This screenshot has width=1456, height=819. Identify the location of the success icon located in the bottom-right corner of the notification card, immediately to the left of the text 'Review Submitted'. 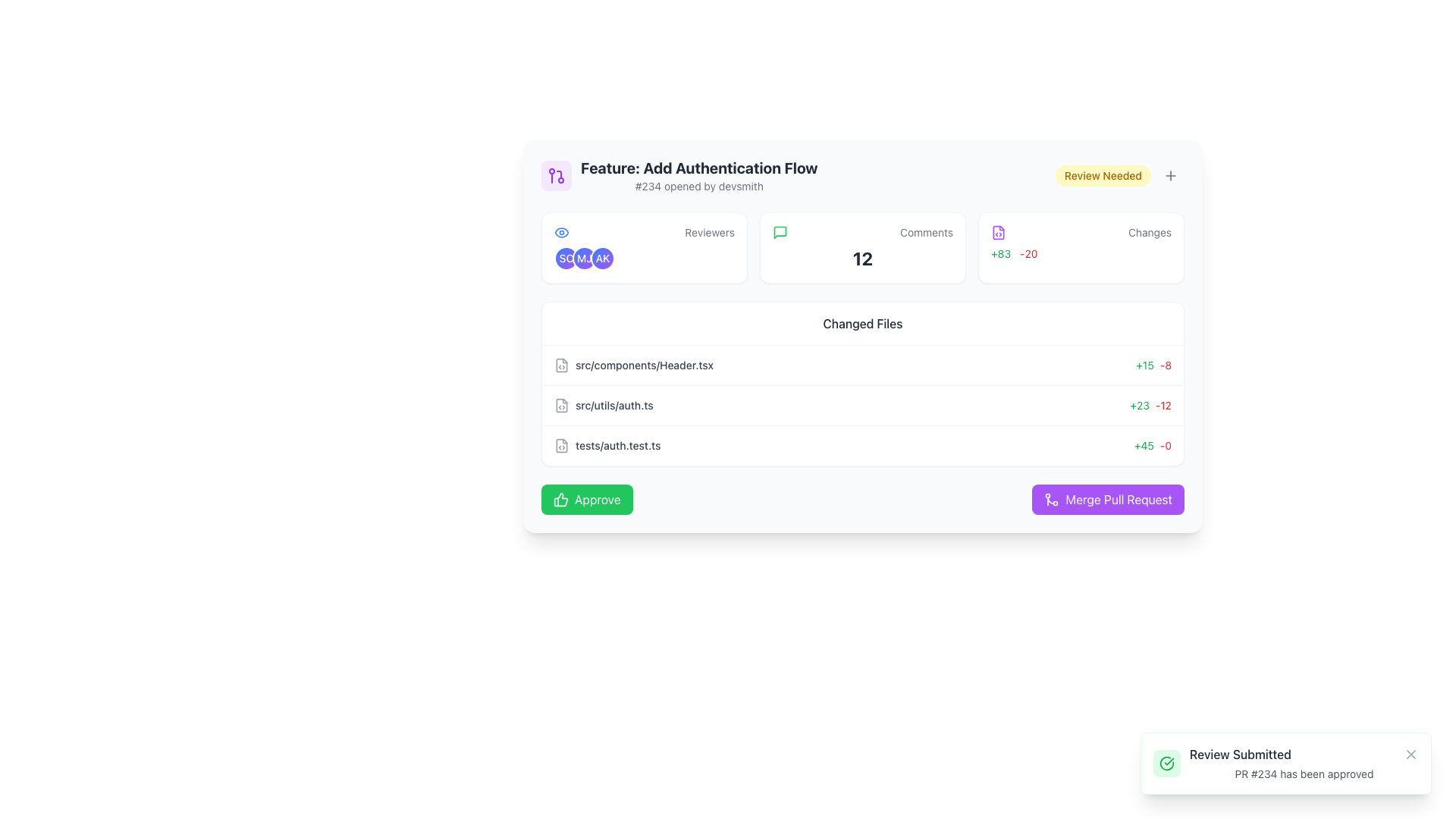
(1166, 763).